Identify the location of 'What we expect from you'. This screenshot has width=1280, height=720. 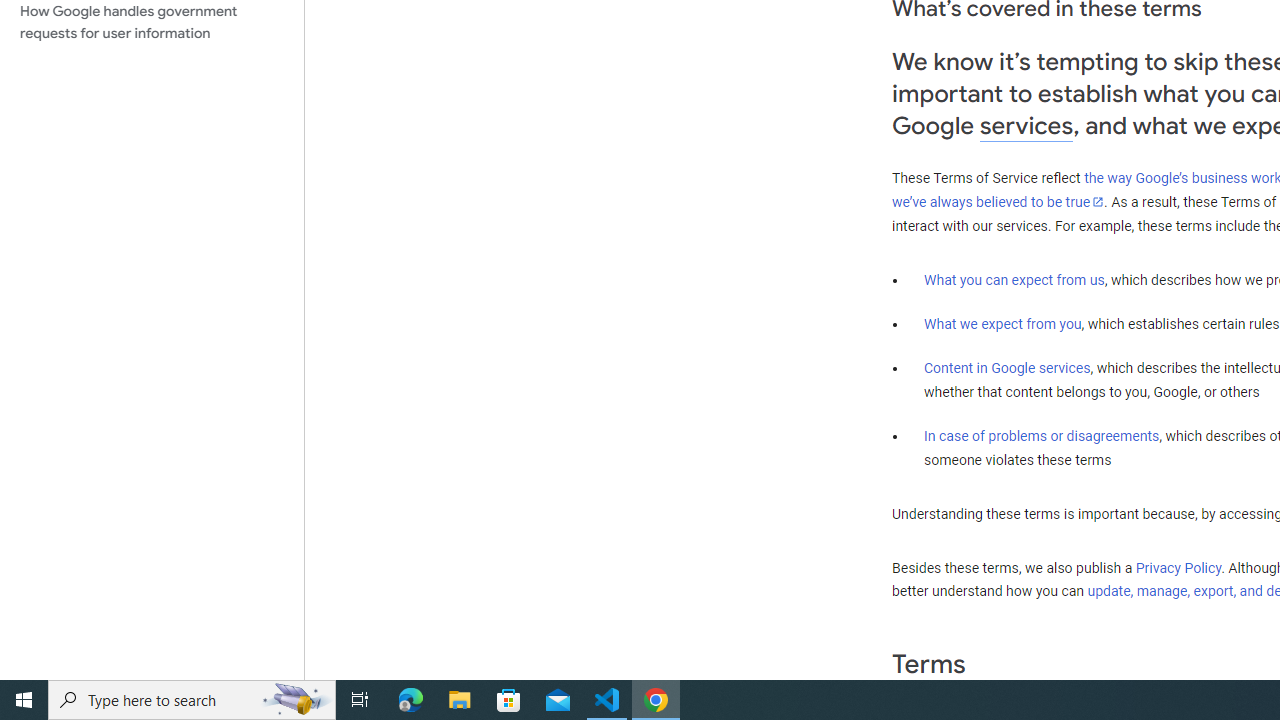
(1002, 323).